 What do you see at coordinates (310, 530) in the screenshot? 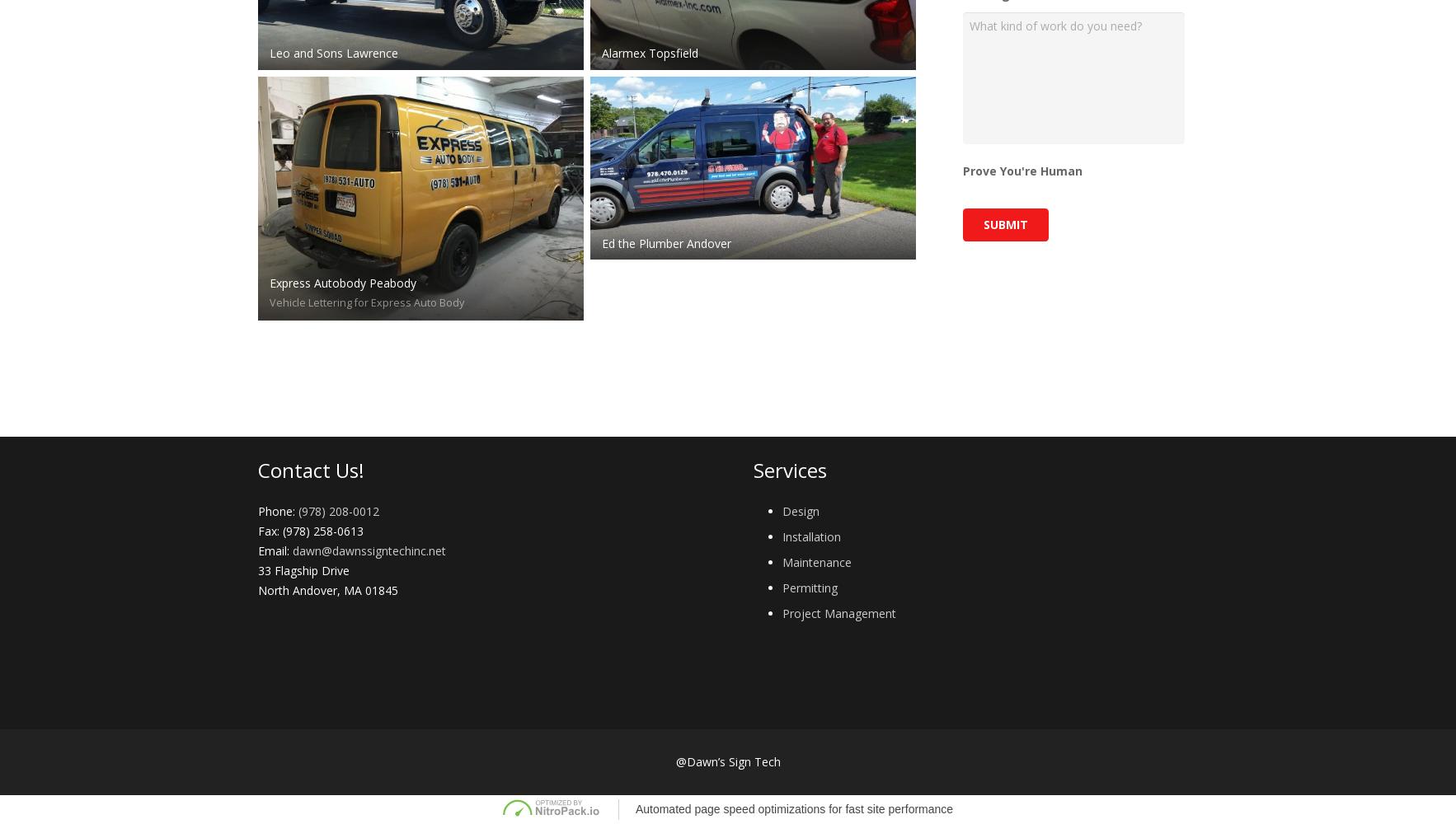
I see `'Fax: (978) 258-0613'` at bounding box center [310, 530].